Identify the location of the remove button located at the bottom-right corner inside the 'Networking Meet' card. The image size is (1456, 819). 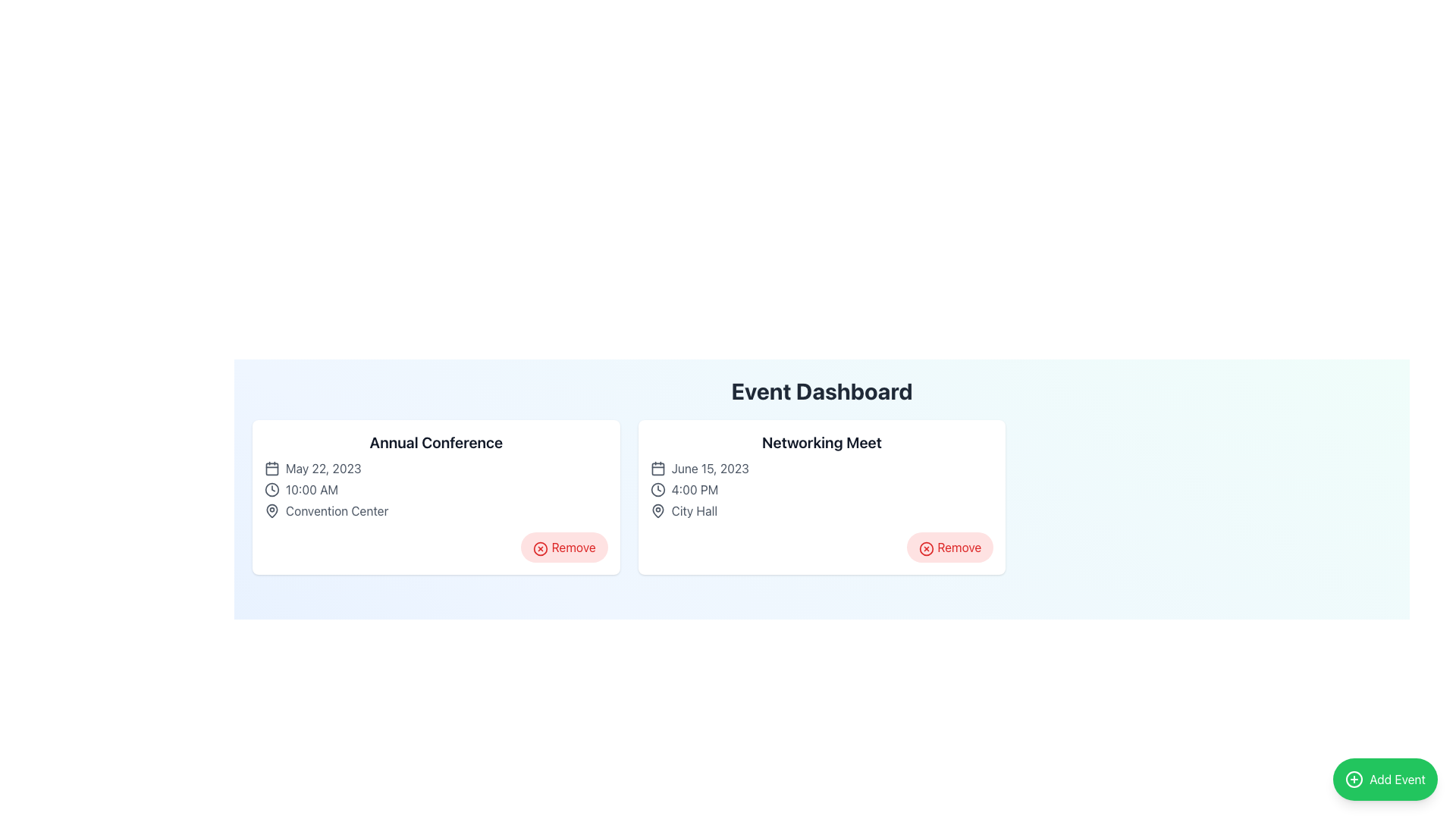
(949, 547).